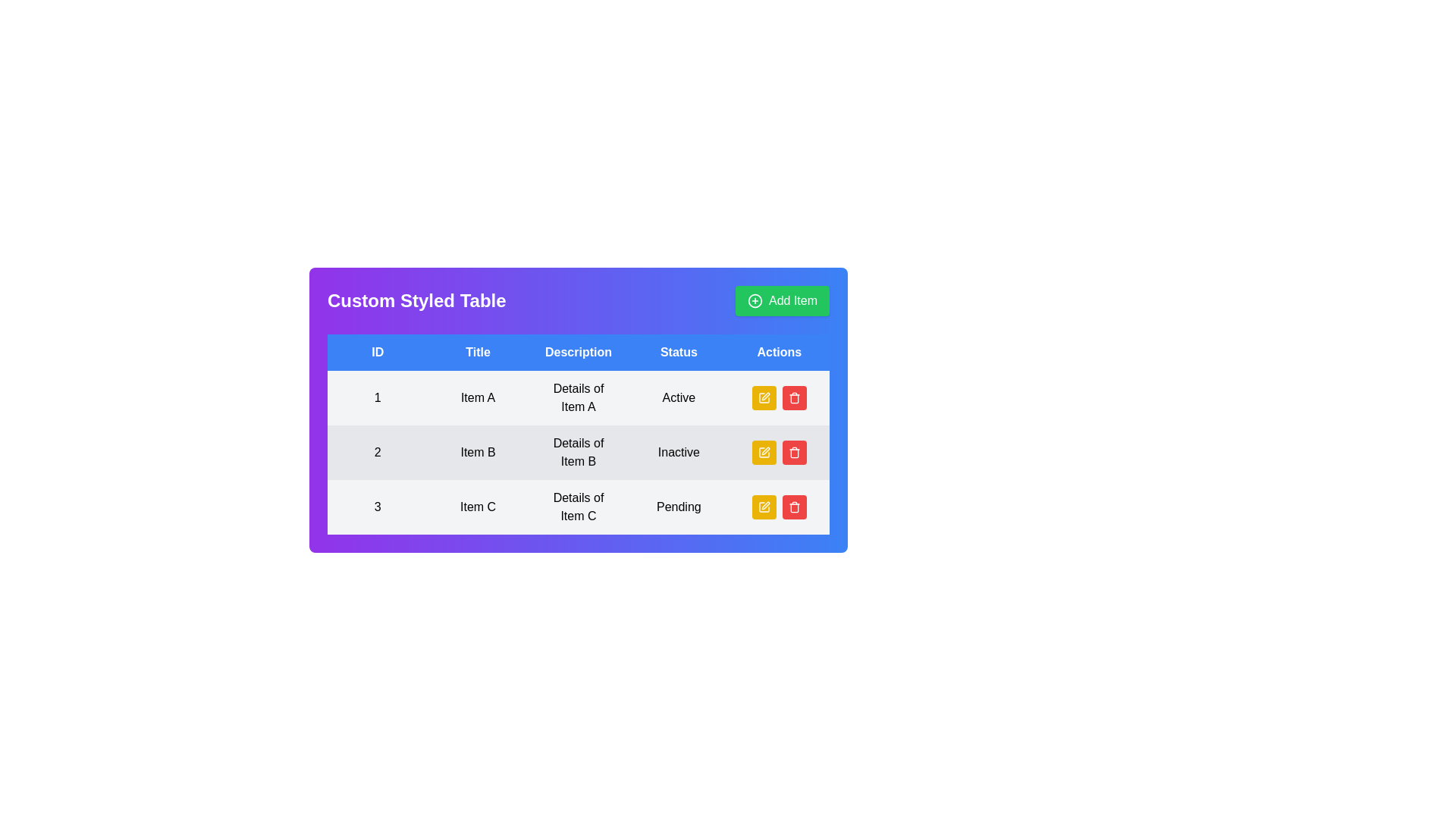 The image size is (1456, 819). What do you see at coordinates (765, 506) in the screenshot?
I see `the edit icon button located in the 'Actions' column of the third row of the table to initiate editing` at bounding box center [765, 506].